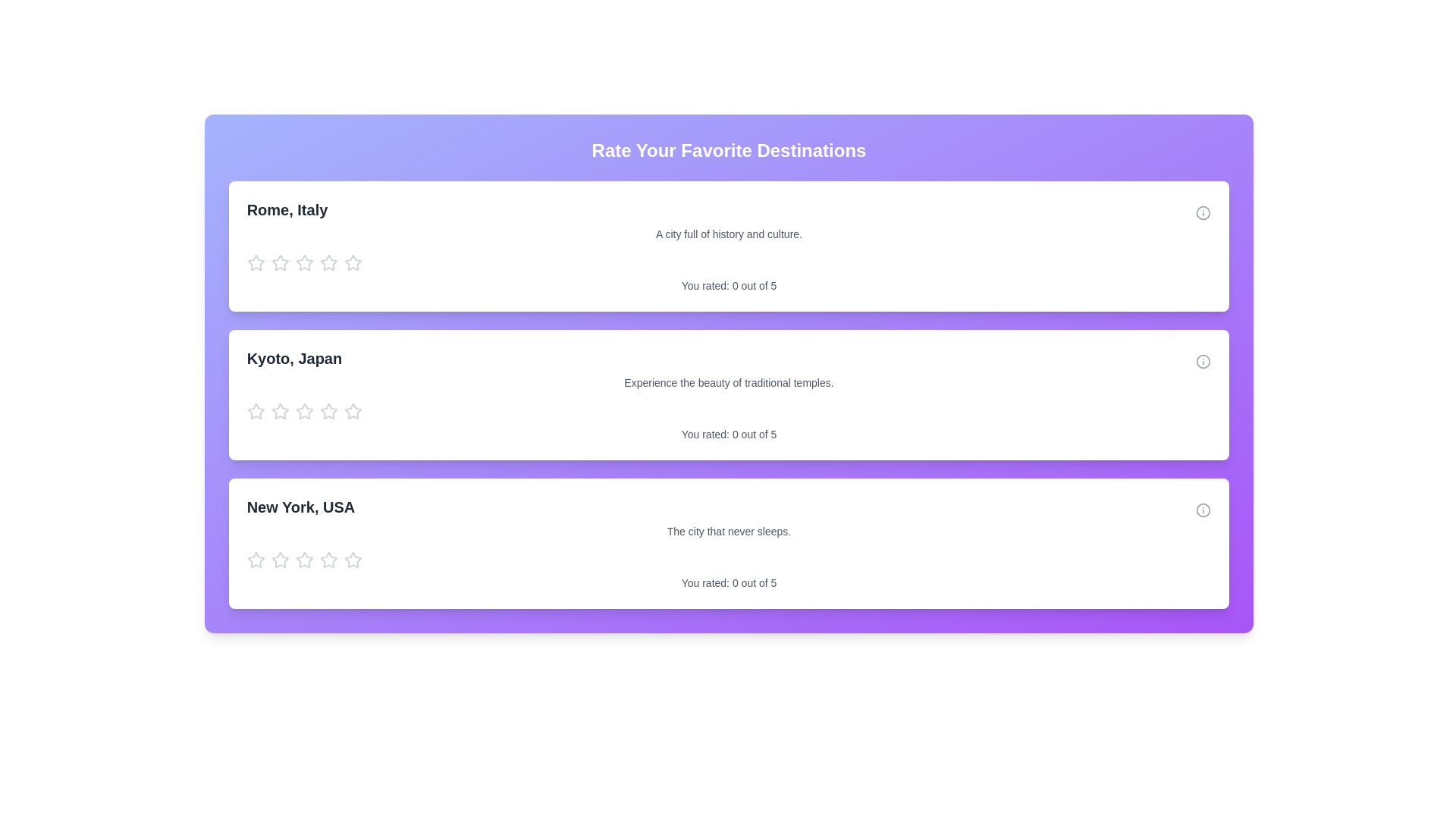  Describe the element at coordinates (352, 560) in the screenshot. I see `the fourth star icon in the star rating component under the card for 'New York, USA' to rate it` at that location.